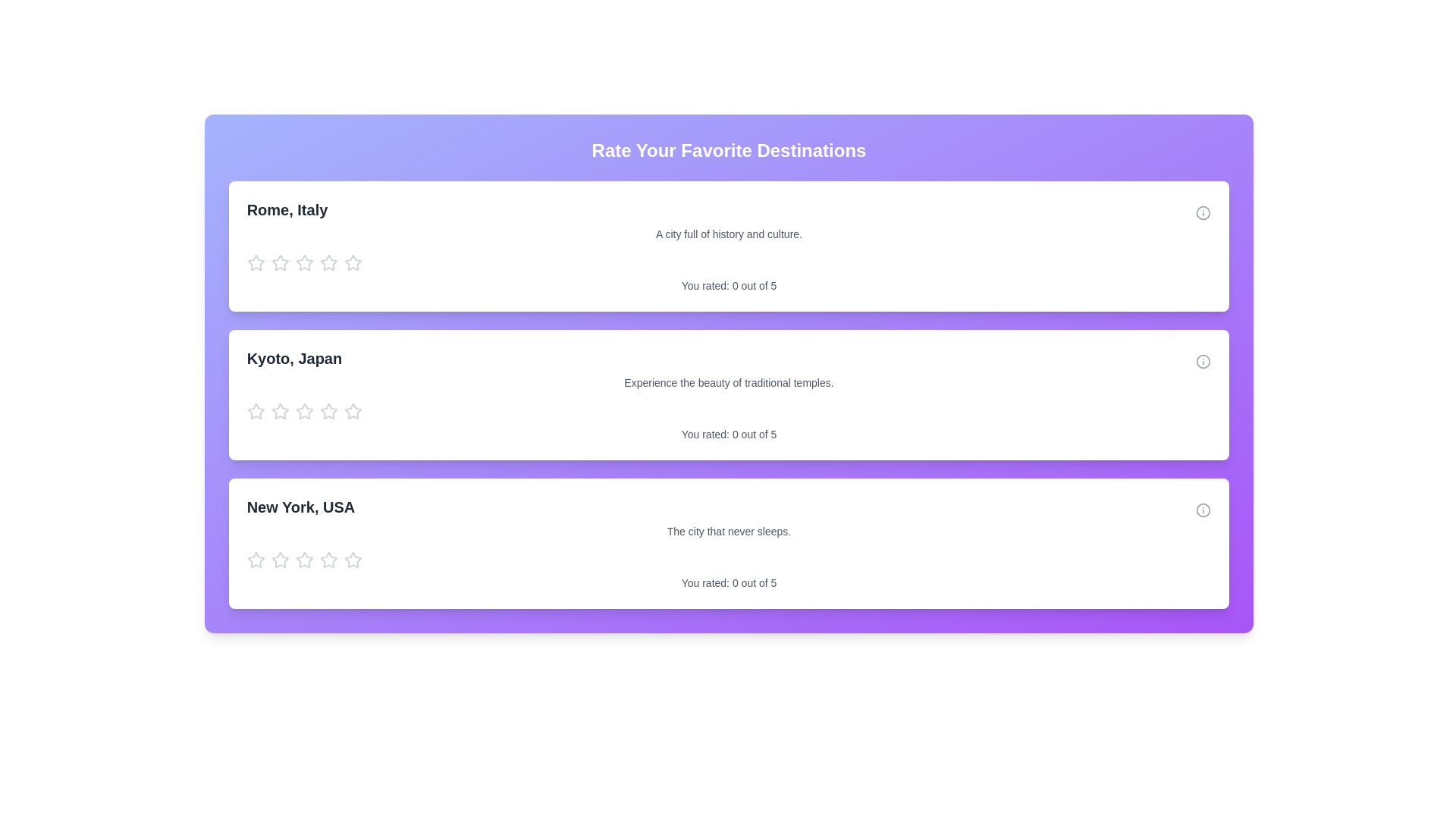  Describe the element at coordinates (352, 560) in the screenshot. I see `the fourth star icon in the star rating component under the card for 'New York, USA' to rate it` at that location.